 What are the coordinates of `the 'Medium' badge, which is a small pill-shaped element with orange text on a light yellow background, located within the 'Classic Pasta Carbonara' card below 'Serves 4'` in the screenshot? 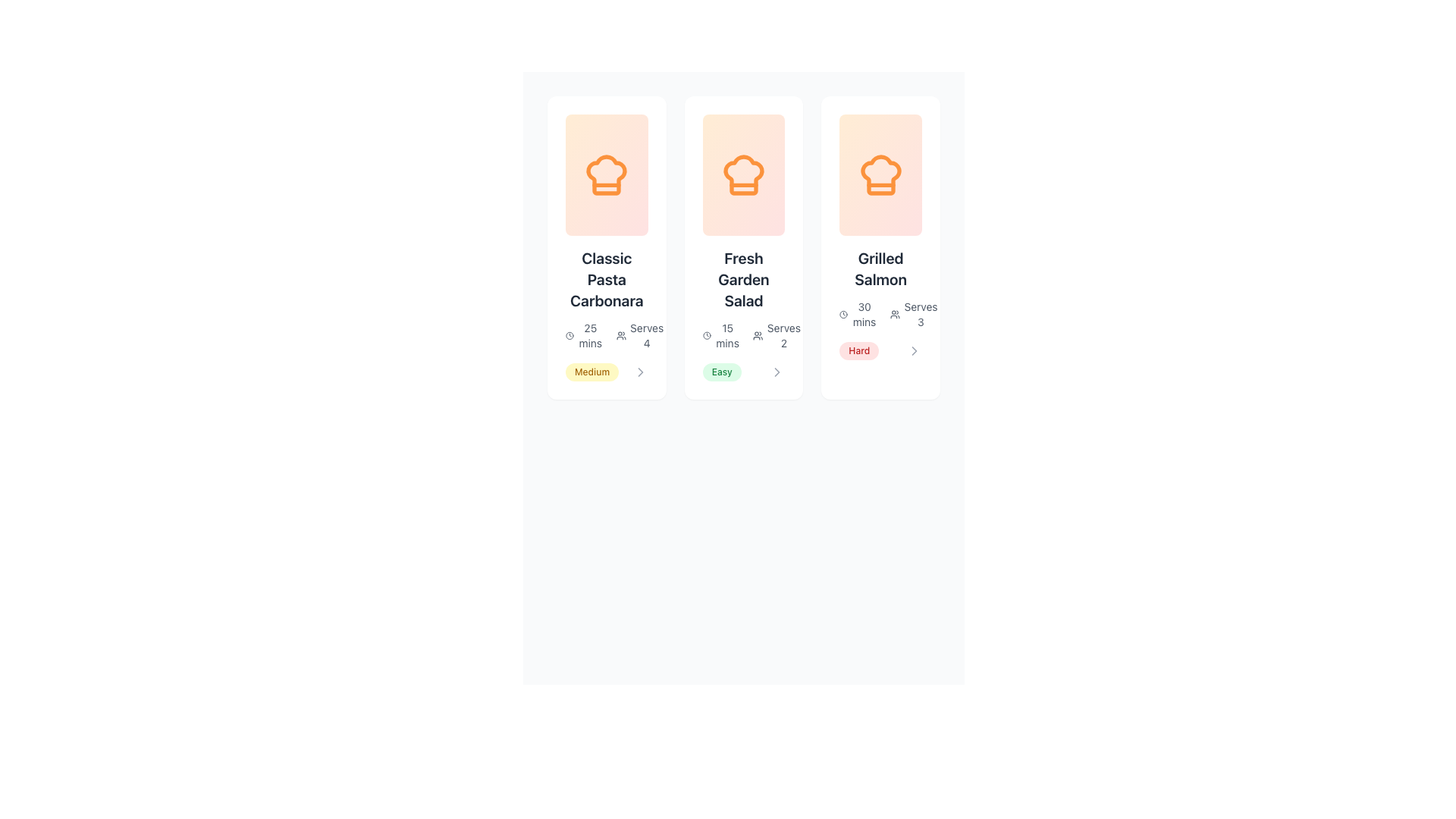 It's located at (607, 372).